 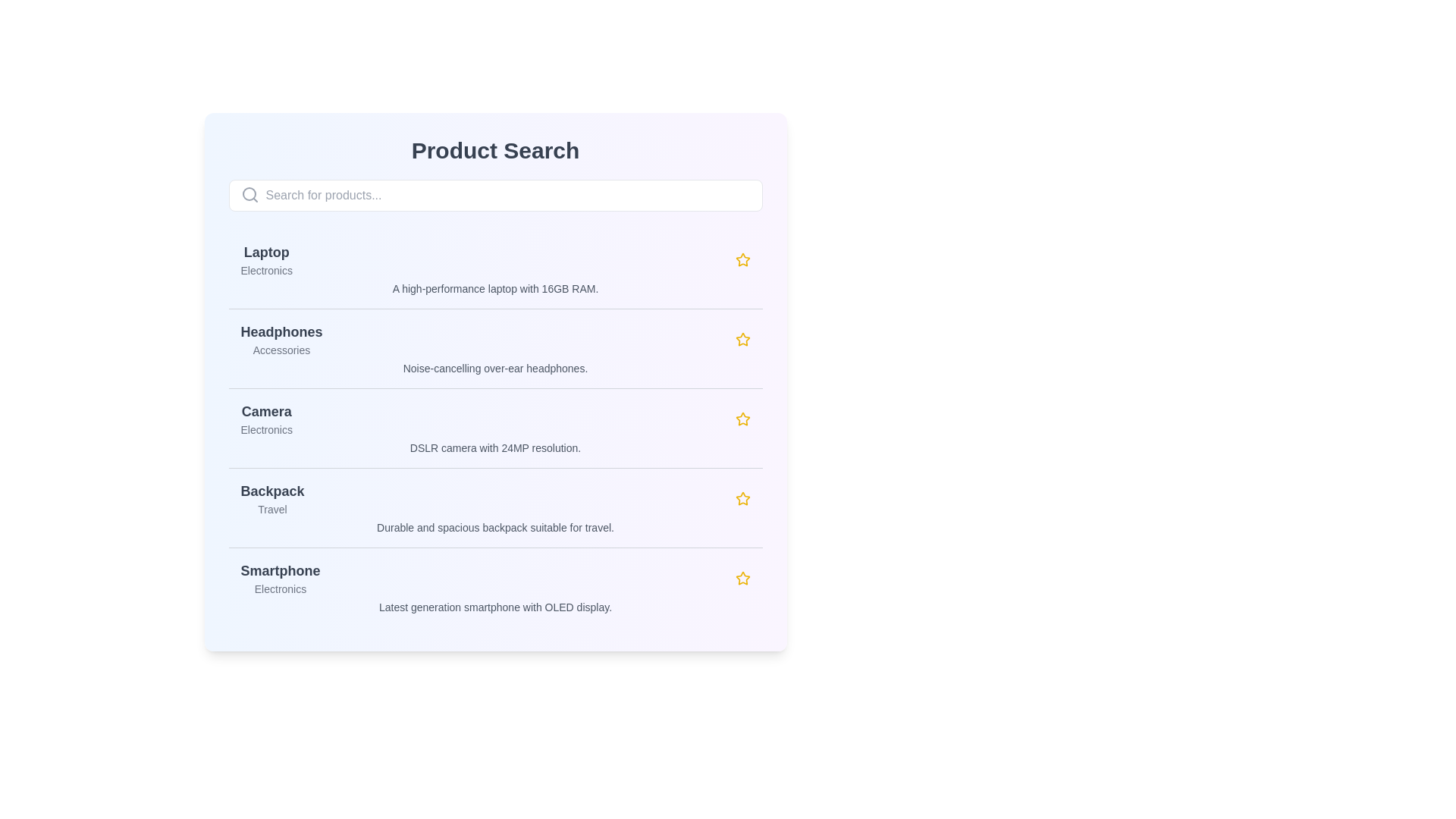 What do you see at coordinates (266, 259) in the screenshot?
I see `information from the Text label element that contains 'Laptop' in large, bold, dark gray font and 'Electronics' in smaller, lighter gray text, located in the top-left quadrant of the interface beneath the search bar` at bounding box center [266, 259].